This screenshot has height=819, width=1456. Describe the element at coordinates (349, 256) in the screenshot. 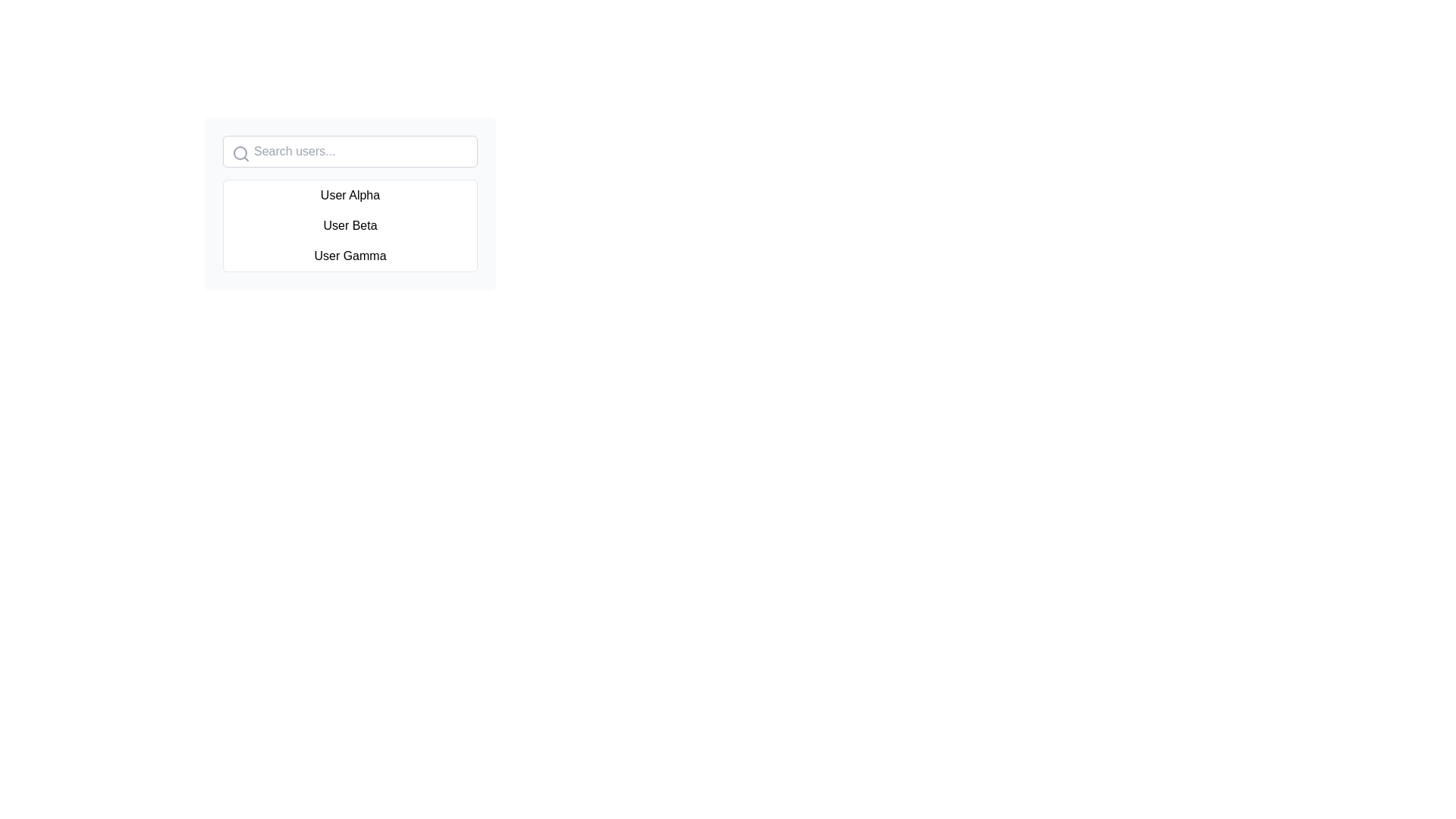

I see `the third item in the list associated with 'User Gamma'` at that location.